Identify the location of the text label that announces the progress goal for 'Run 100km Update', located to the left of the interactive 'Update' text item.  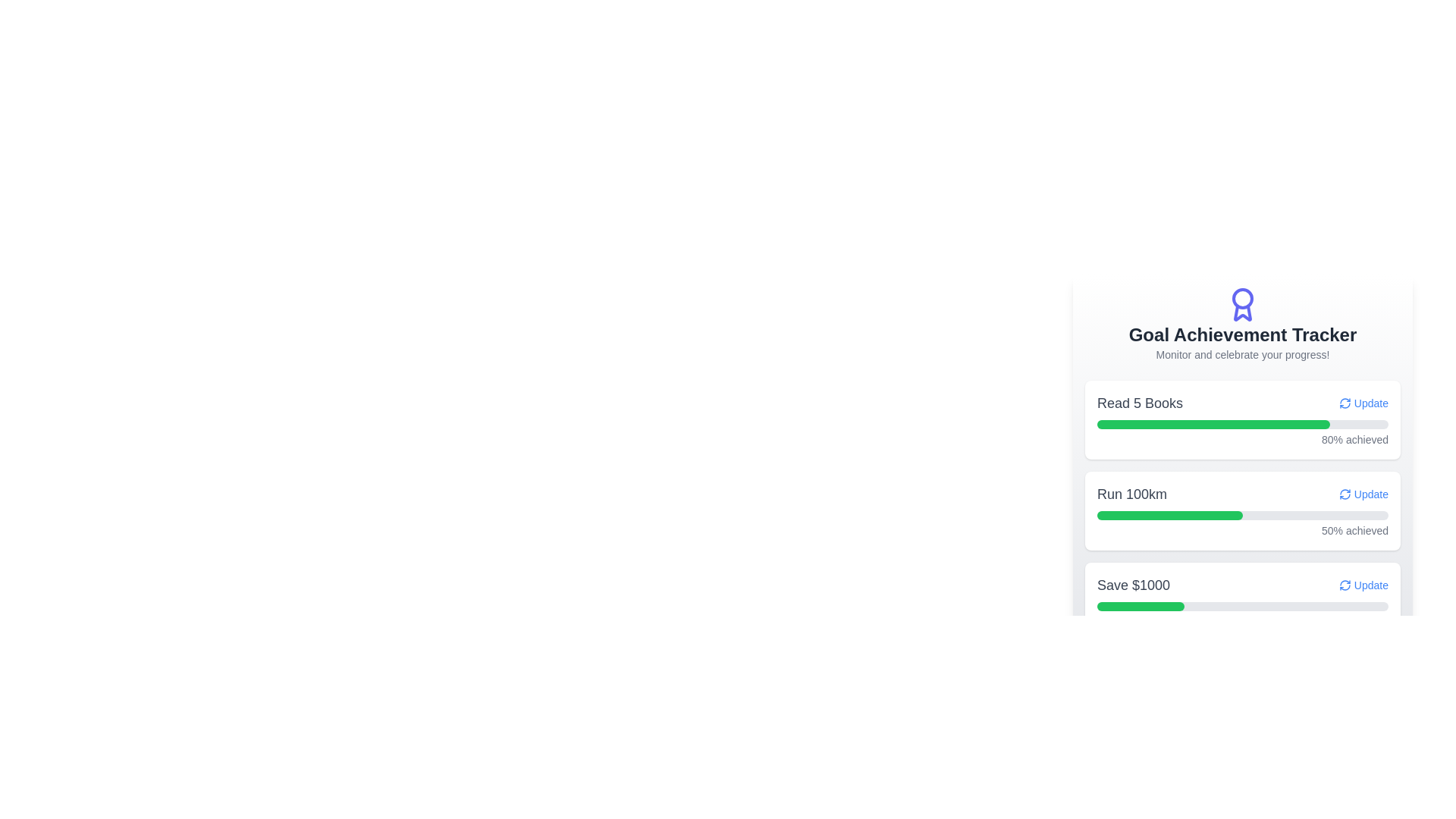
(1131, 494).